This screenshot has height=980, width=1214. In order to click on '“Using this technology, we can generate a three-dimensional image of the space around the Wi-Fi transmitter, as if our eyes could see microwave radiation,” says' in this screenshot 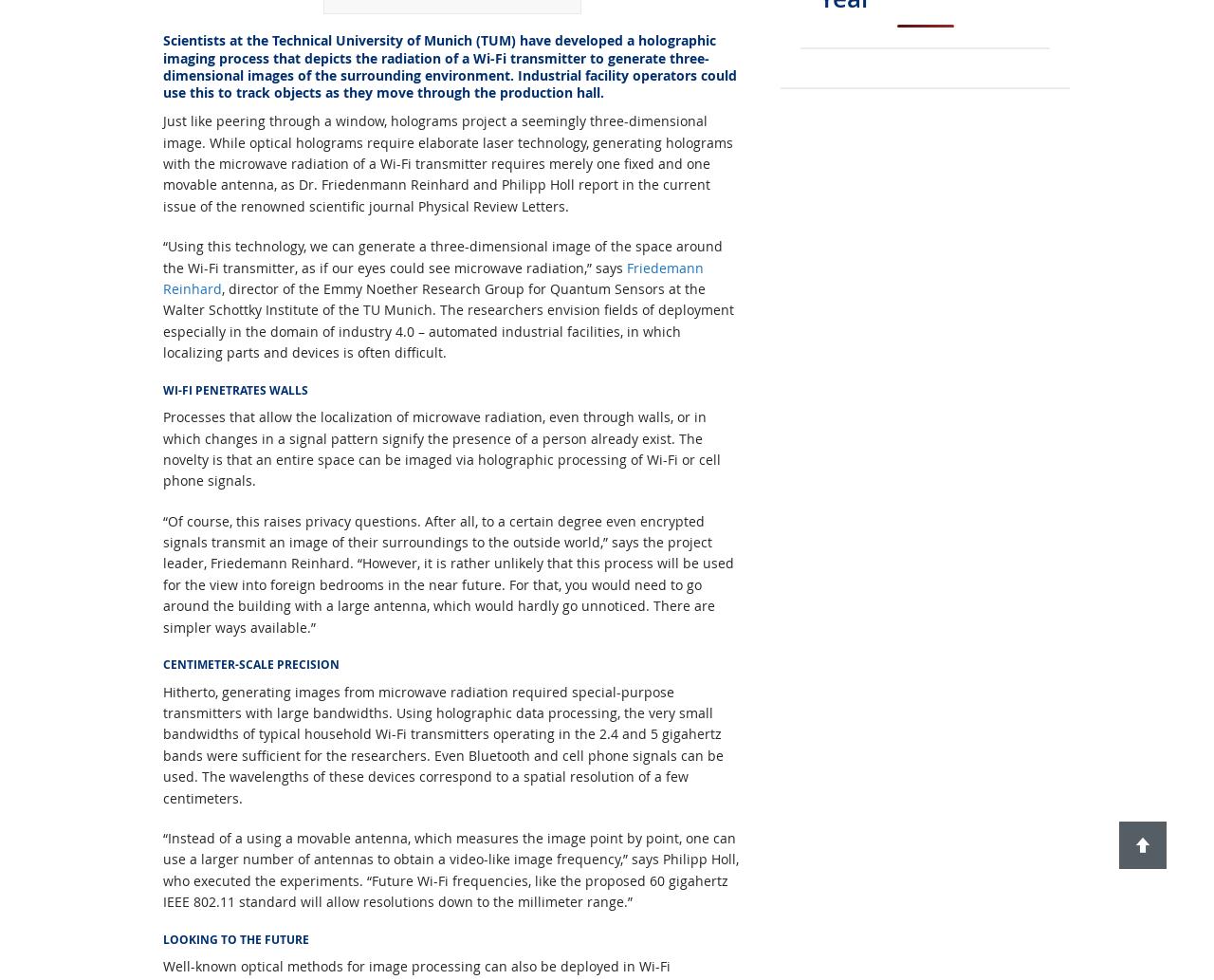, I will do `click(441, 255)`.